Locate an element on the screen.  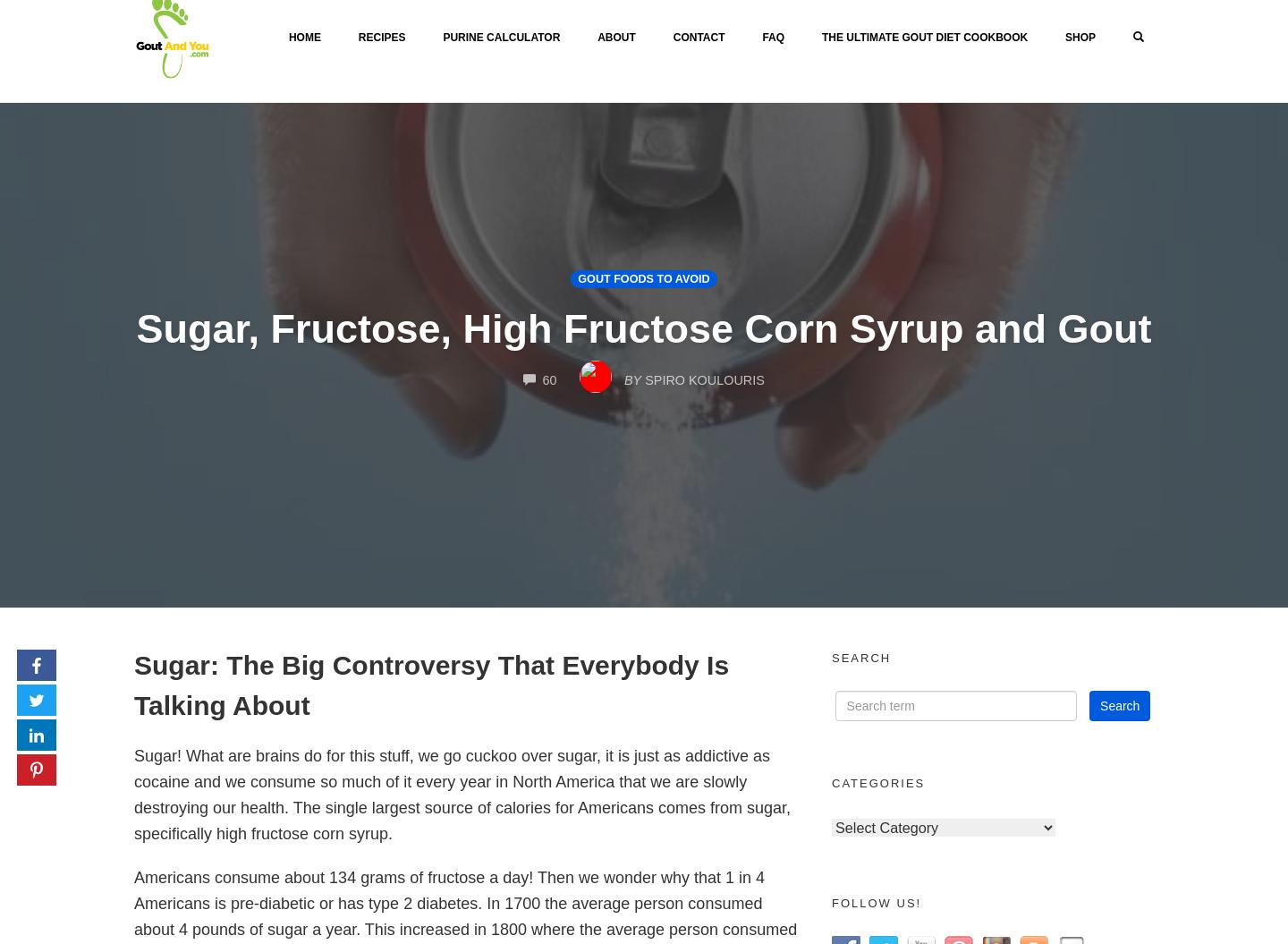
'60' is located at coordinates (548, 378).